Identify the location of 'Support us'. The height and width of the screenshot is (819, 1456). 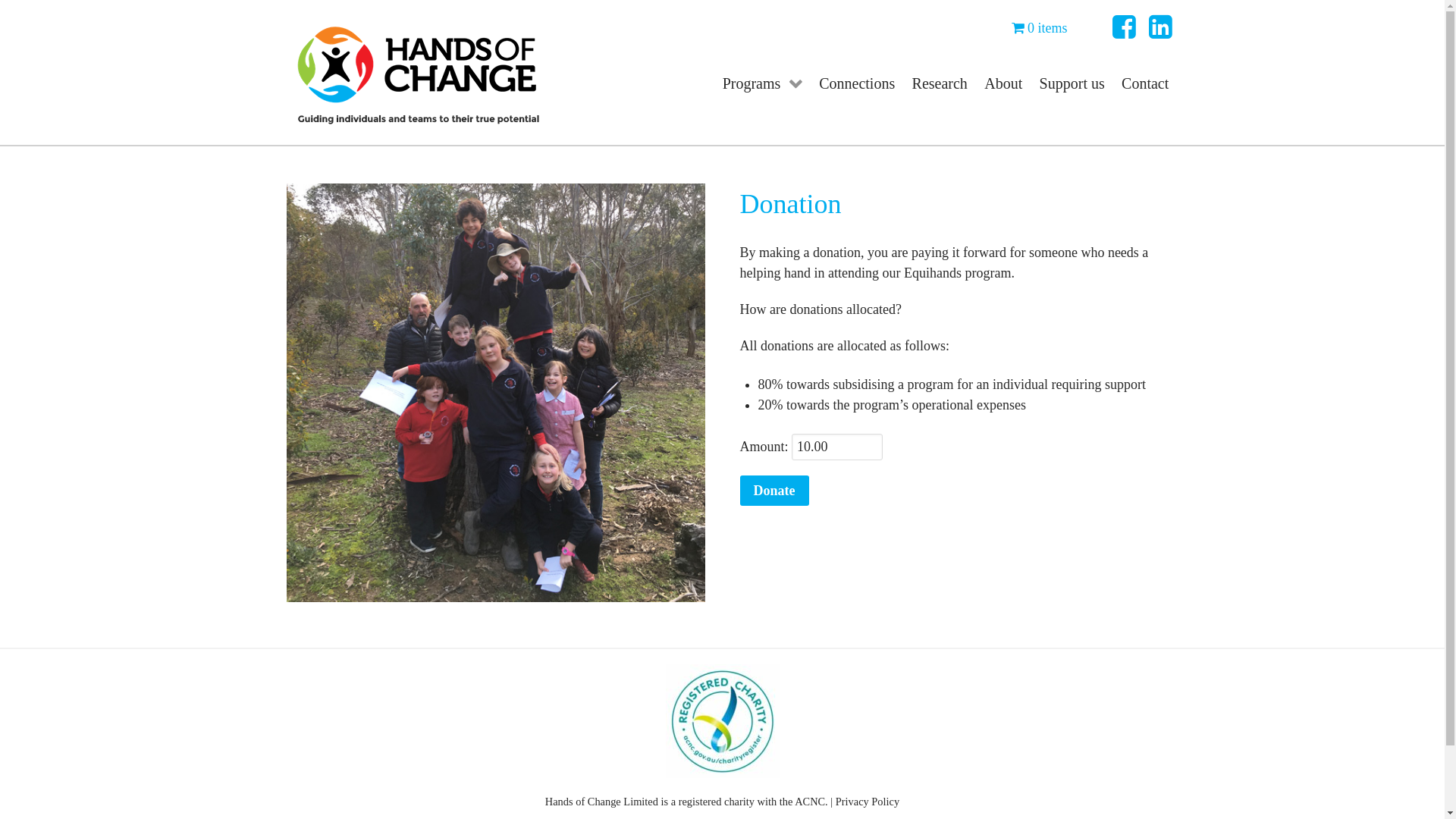
(1071, 82).